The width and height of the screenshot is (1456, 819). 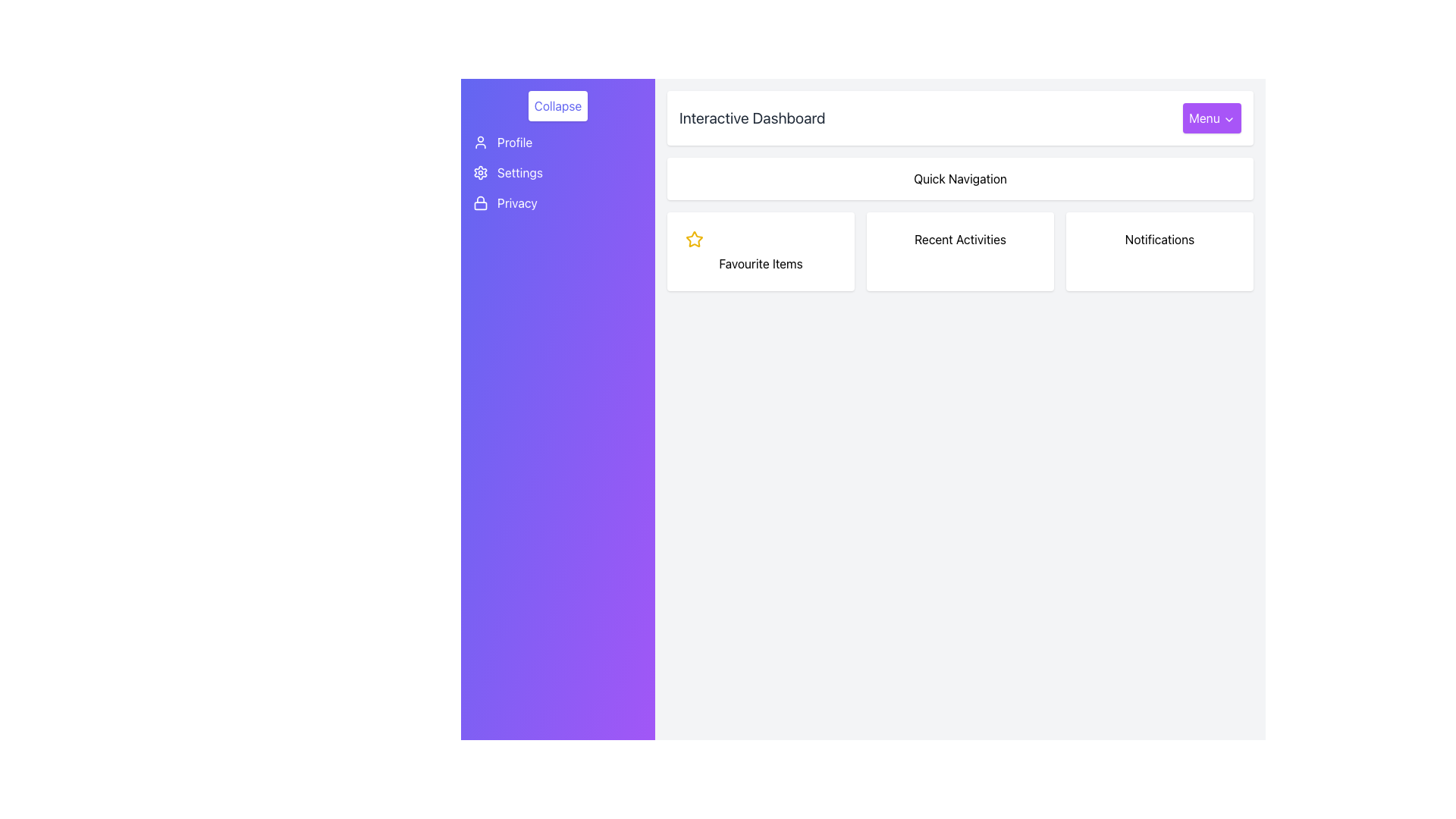 What do you see at coordinates (557, 171) in the screenshot?
I see `the 'Settings' text label` at bounding box center [557, 171].